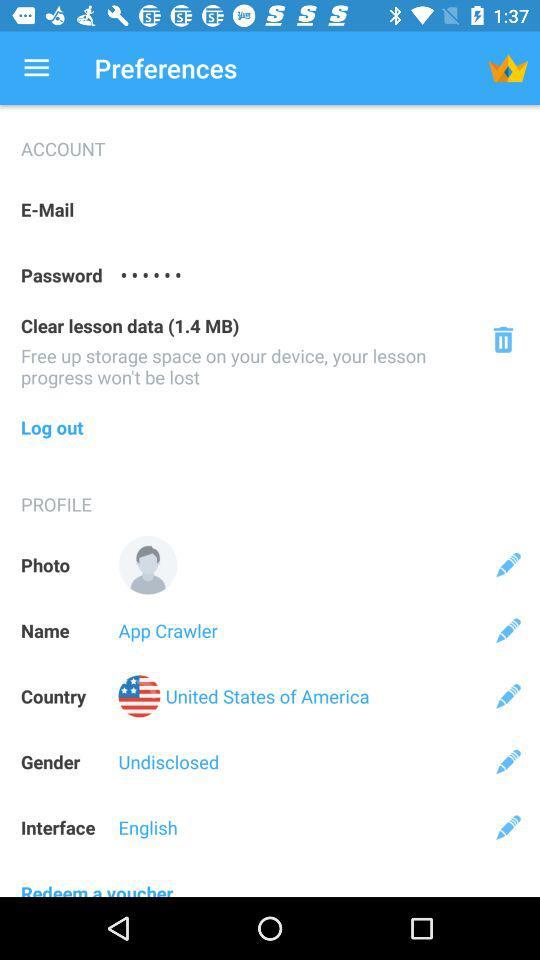 Image resolution: width=540 pixels, height=960 pixels. I want to click on the redeem a voucher icon, so click(270, 877).